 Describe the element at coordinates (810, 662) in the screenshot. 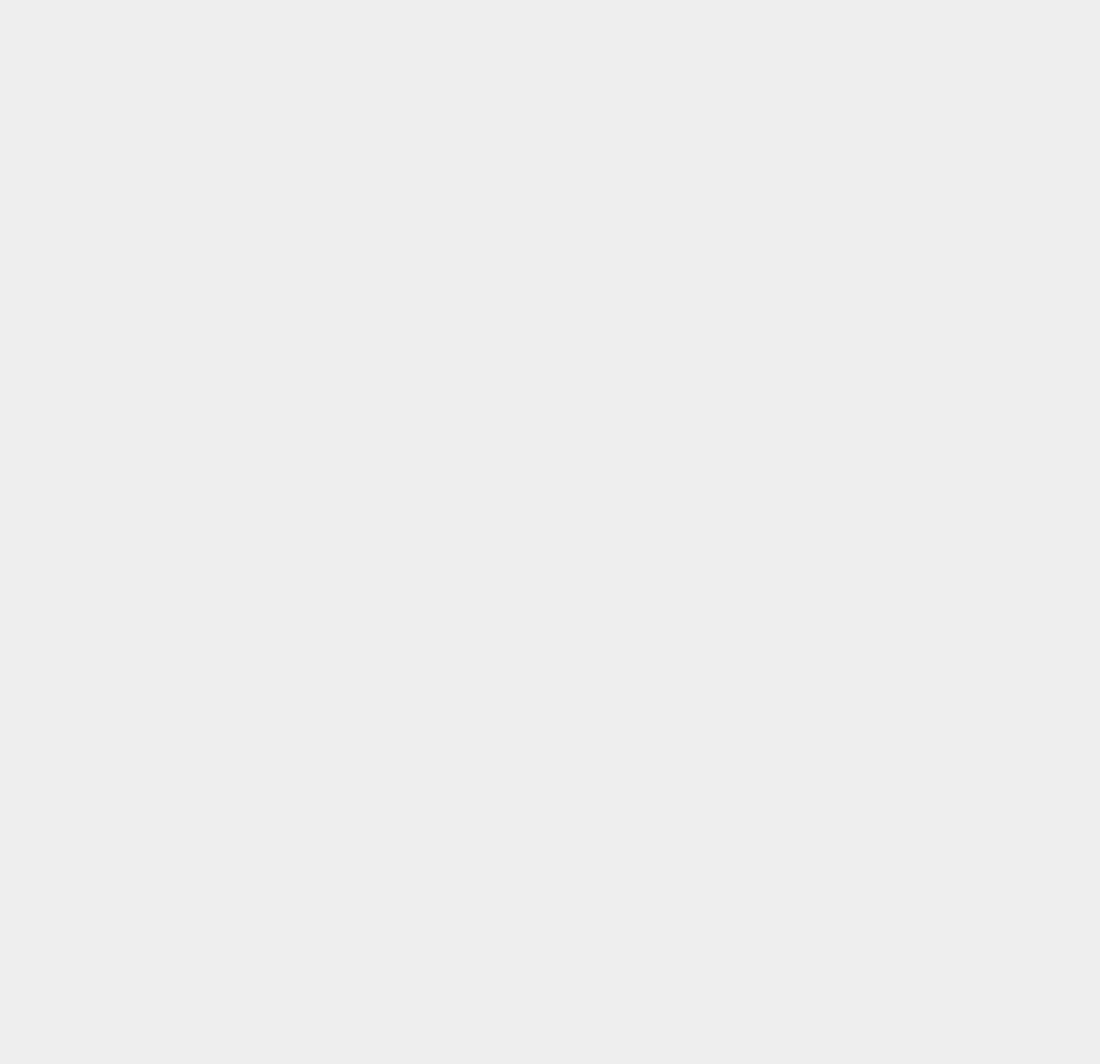

I see `'Kaspersky'` at that location.